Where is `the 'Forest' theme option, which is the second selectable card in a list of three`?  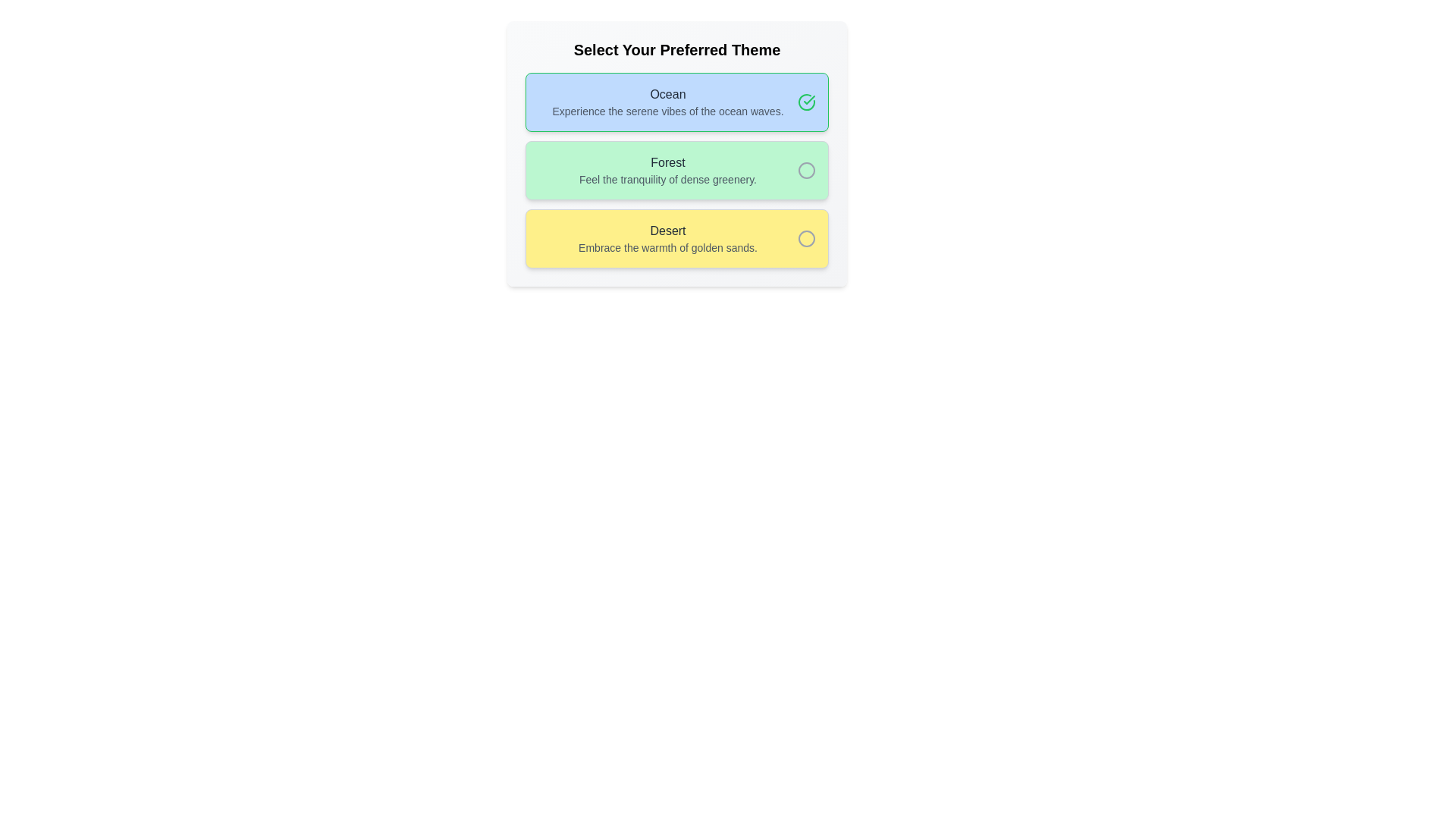 the 'Forest' theme option, which is the second selectable card in a list of three is located at coordinates (667, 170).